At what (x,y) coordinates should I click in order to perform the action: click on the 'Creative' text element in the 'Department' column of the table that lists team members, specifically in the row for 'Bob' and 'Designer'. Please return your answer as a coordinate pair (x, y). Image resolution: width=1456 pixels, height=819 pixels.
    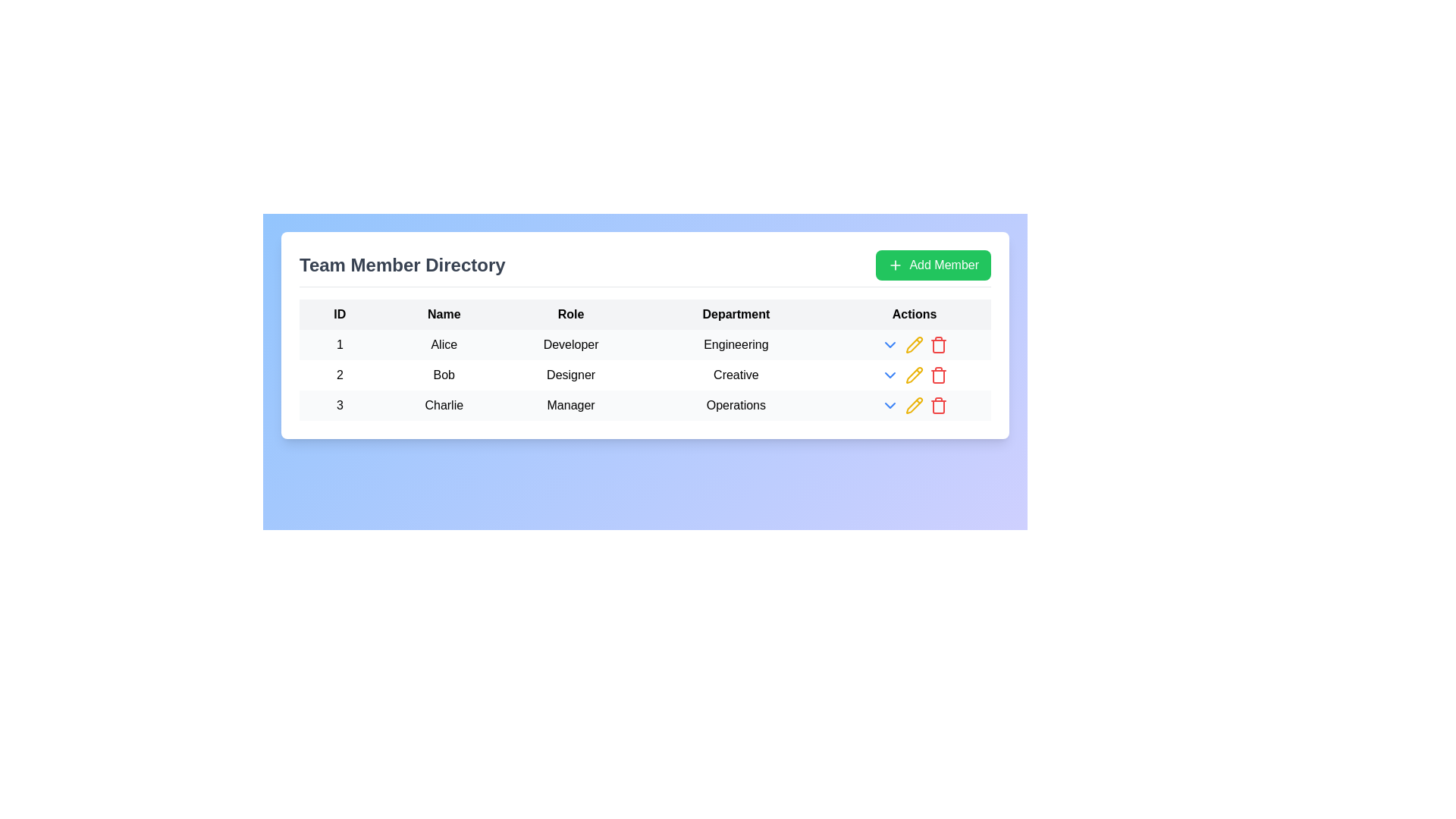
    Looking at the image, I should click on (736, 375).